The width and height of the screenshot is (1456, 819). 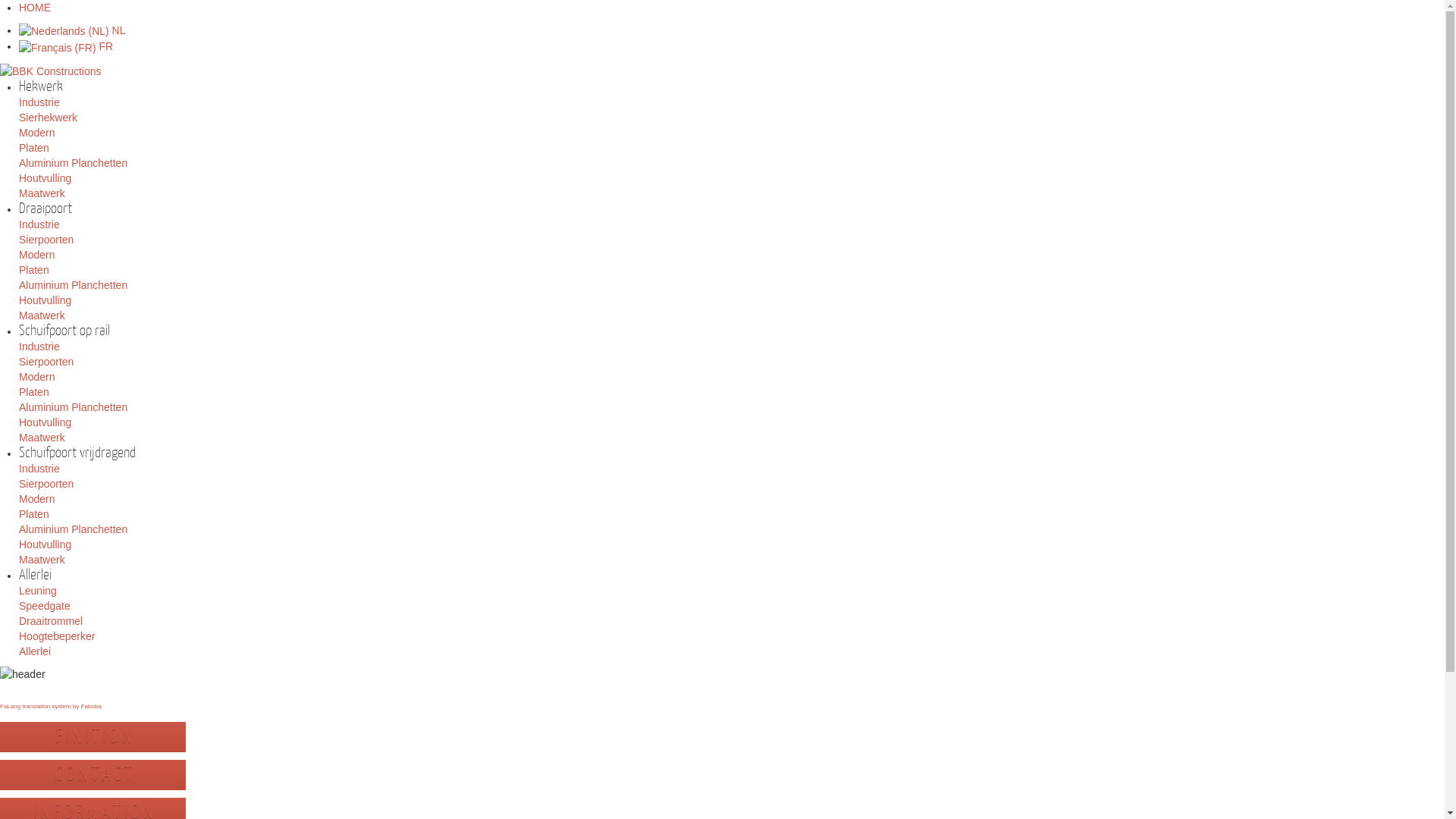 What do you see at coordinates (35, 8) in the screenshot?
I see `'HOME'` at bounding box center [35, 8].